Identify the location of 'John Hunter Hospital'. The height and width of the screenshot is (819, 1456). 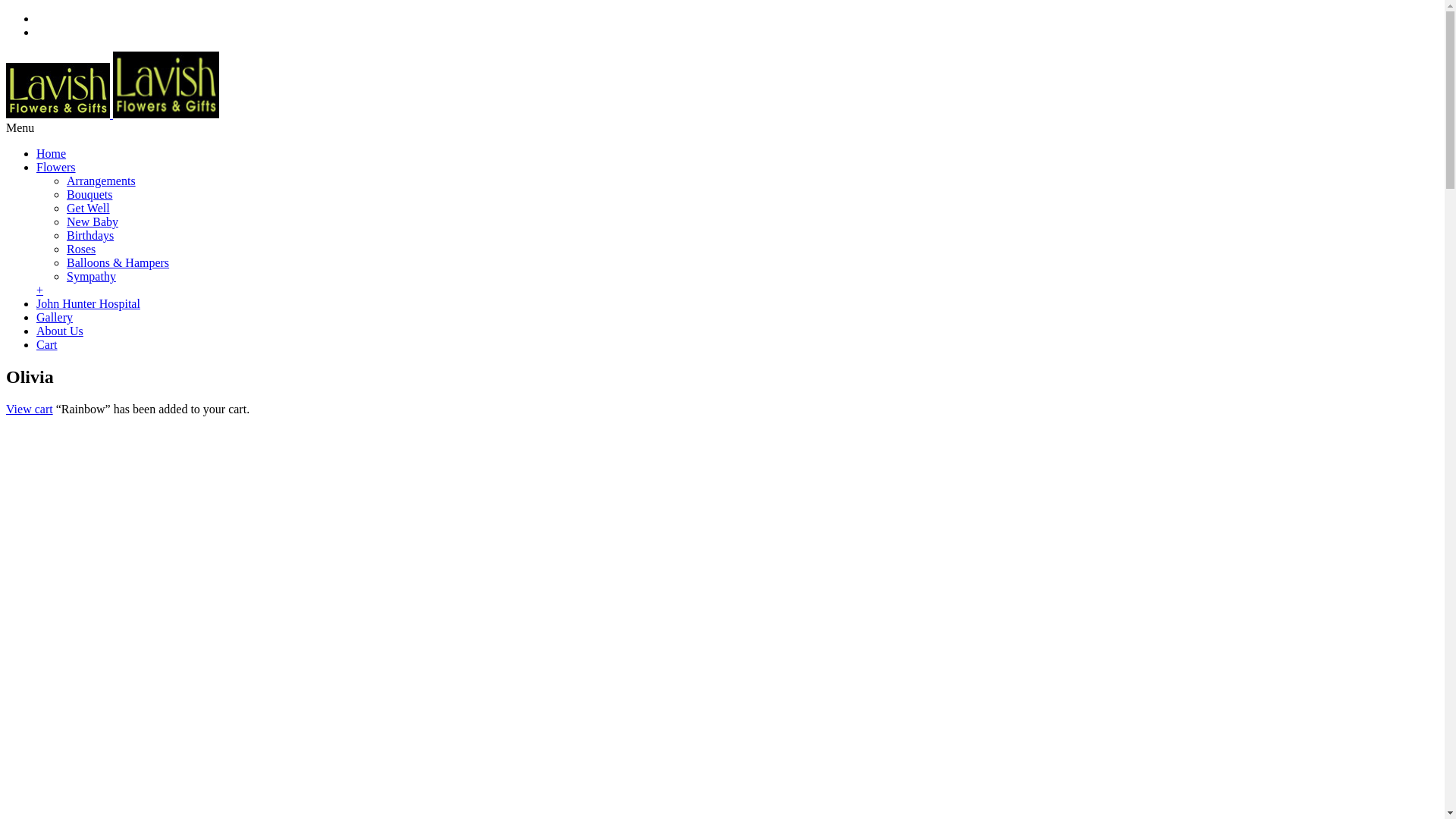
(87, 303).